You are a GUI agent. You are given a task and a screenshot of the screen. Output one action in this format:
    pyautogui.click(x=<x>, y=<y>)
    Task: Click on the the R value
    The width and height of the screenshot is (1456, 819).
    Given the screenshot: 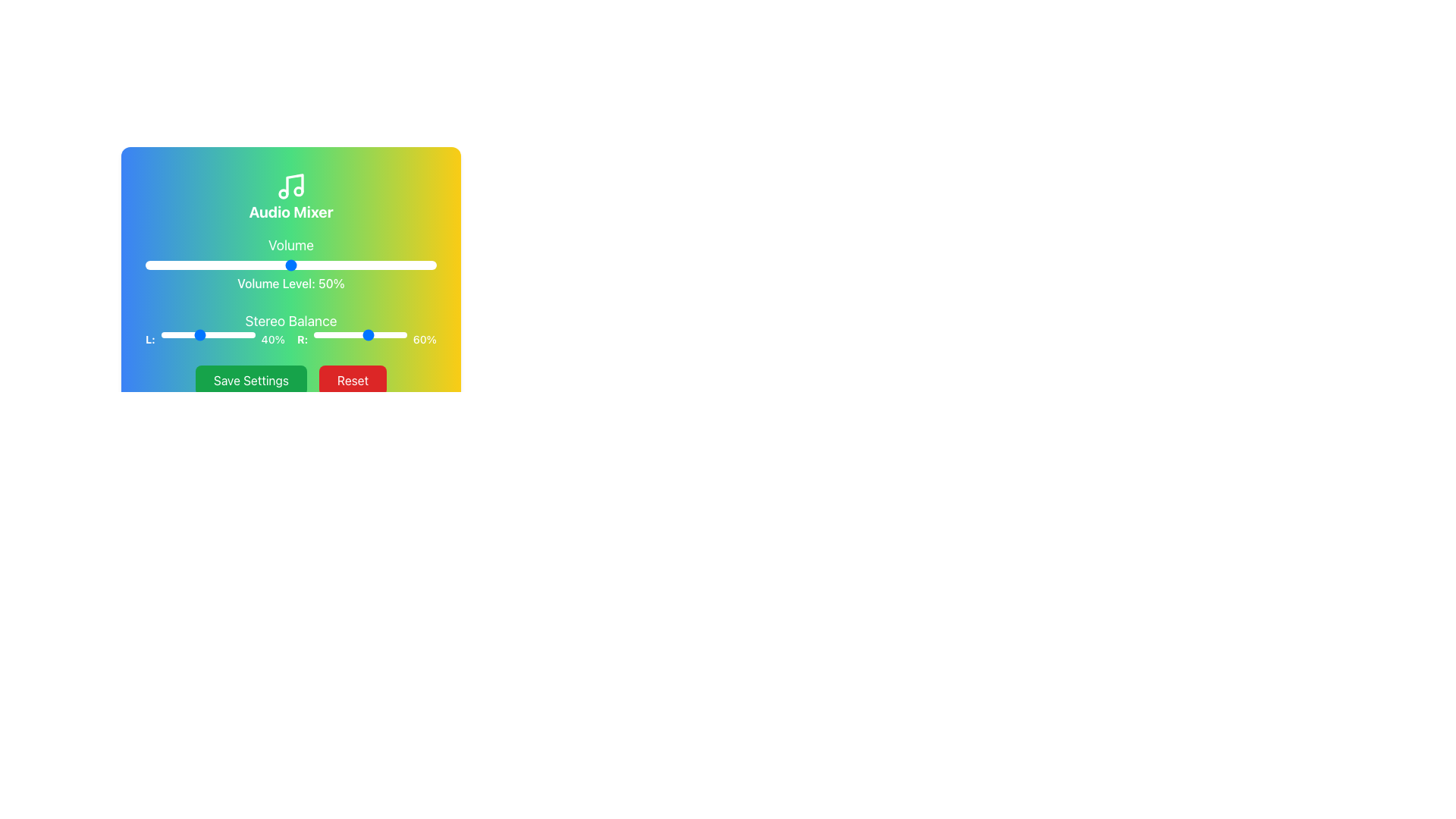 What is the action you would take?
    pyautogui.click(x=356, y=334)
    